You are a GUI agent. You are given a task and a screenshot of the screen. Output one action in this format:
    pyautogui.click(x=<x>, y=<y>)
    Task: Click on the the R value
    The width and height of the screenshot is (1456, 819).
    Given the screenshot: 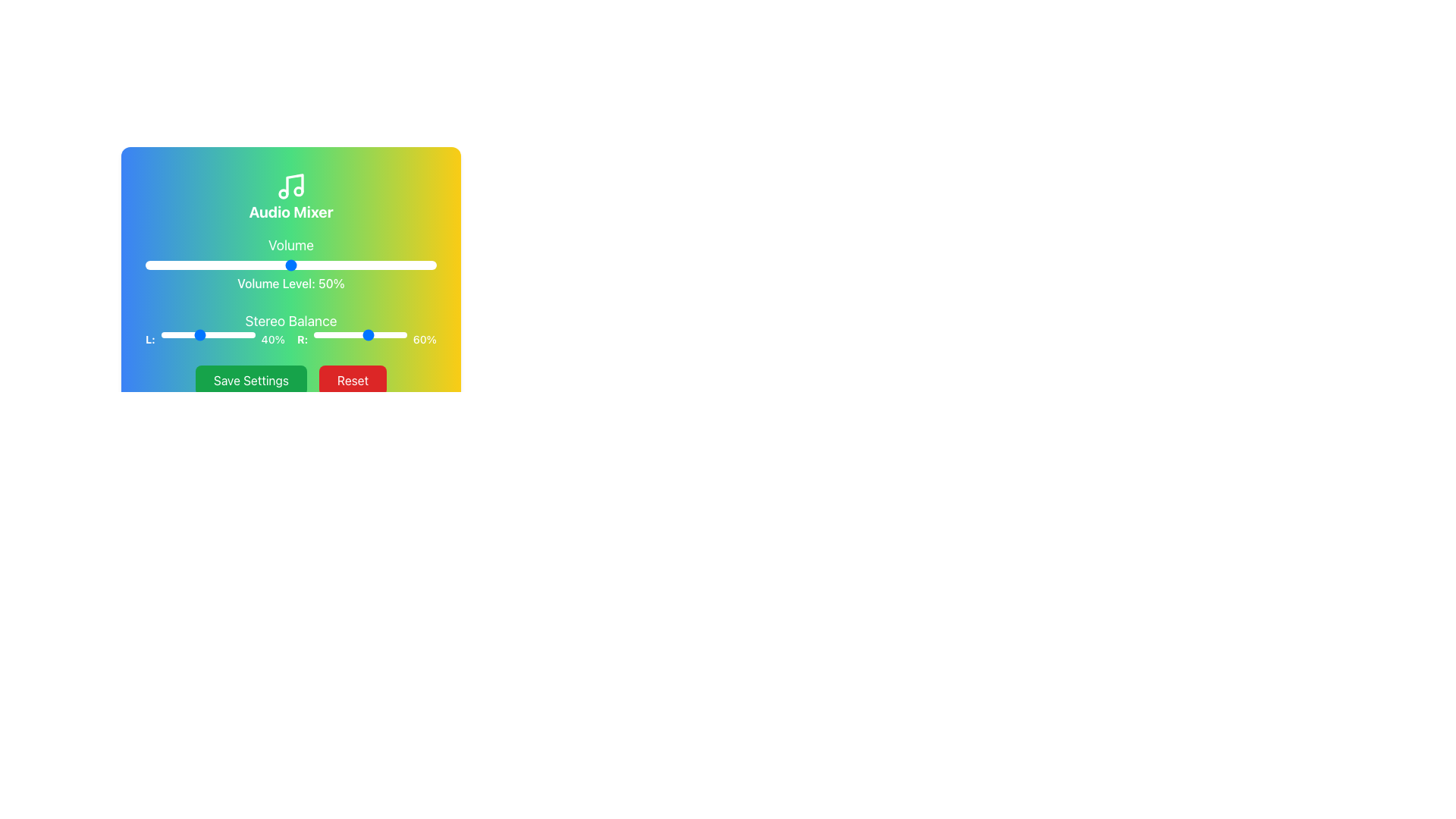 What is the action you would take?
    pyautogui.click(x=356, y=334)
    